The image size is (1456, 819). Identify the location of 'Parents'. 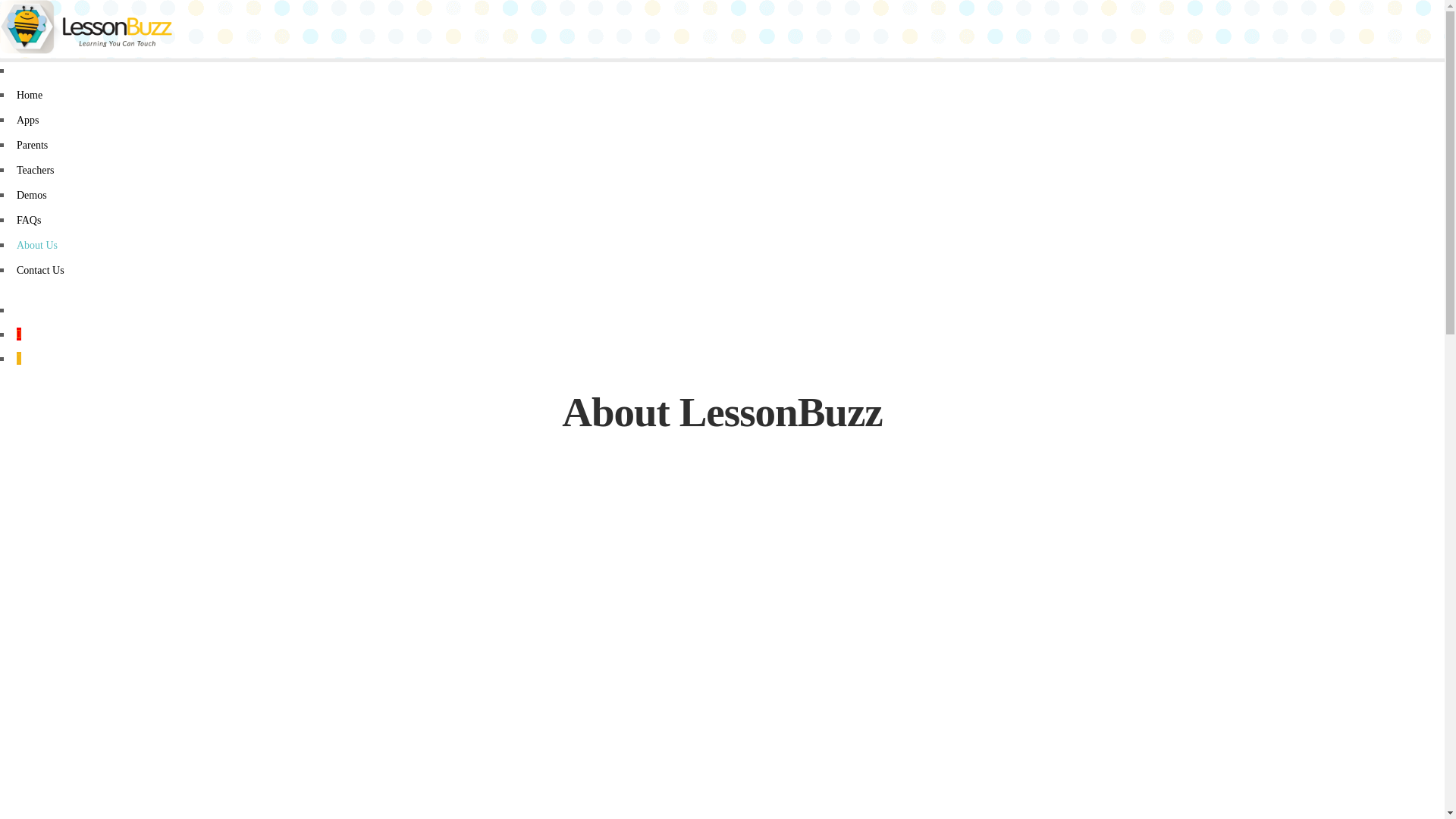
(32, 145).